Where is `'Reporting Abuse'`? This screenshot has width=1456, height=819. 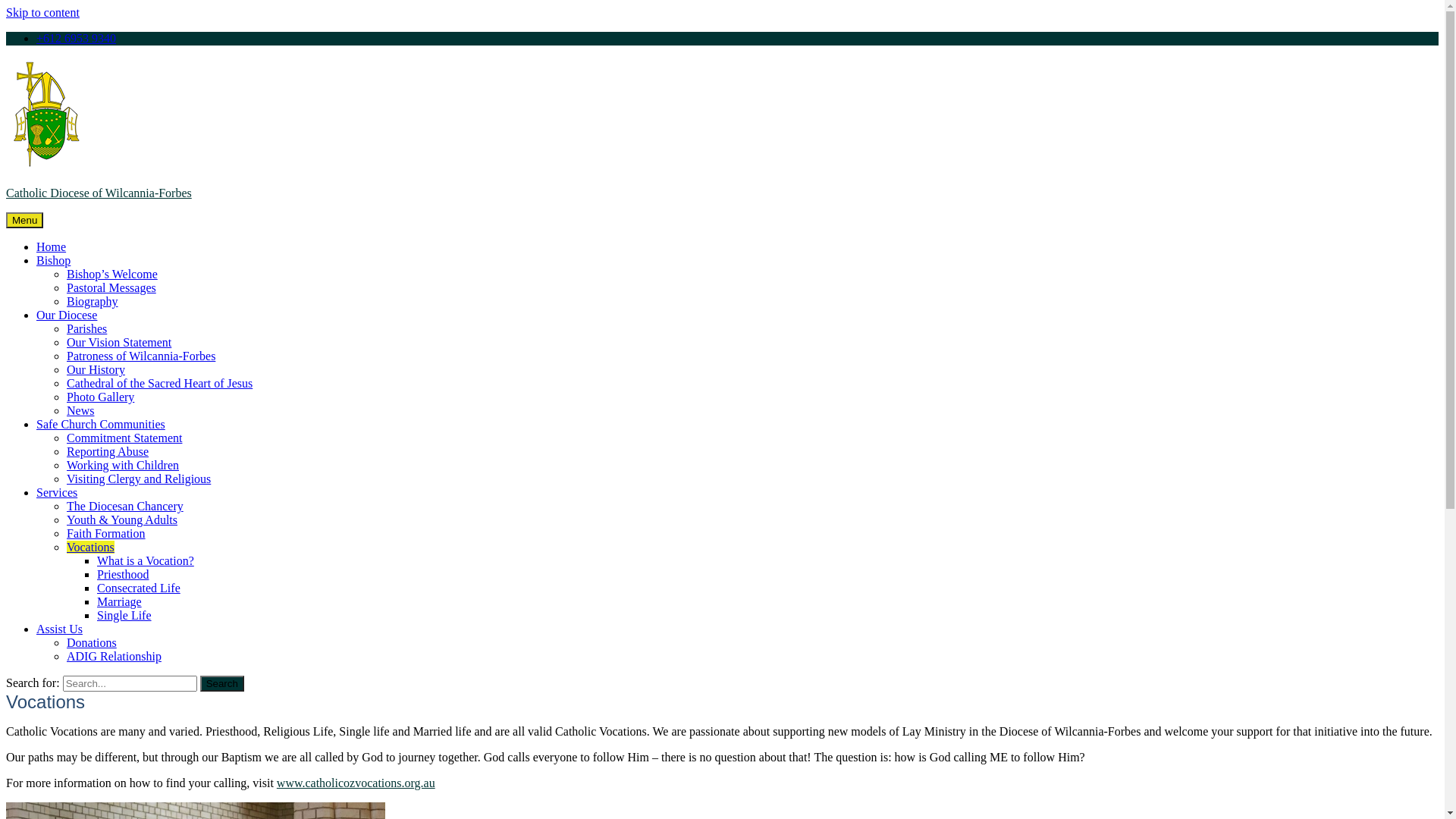
'Reporting Abuse' is located at coordinates (107, 450).